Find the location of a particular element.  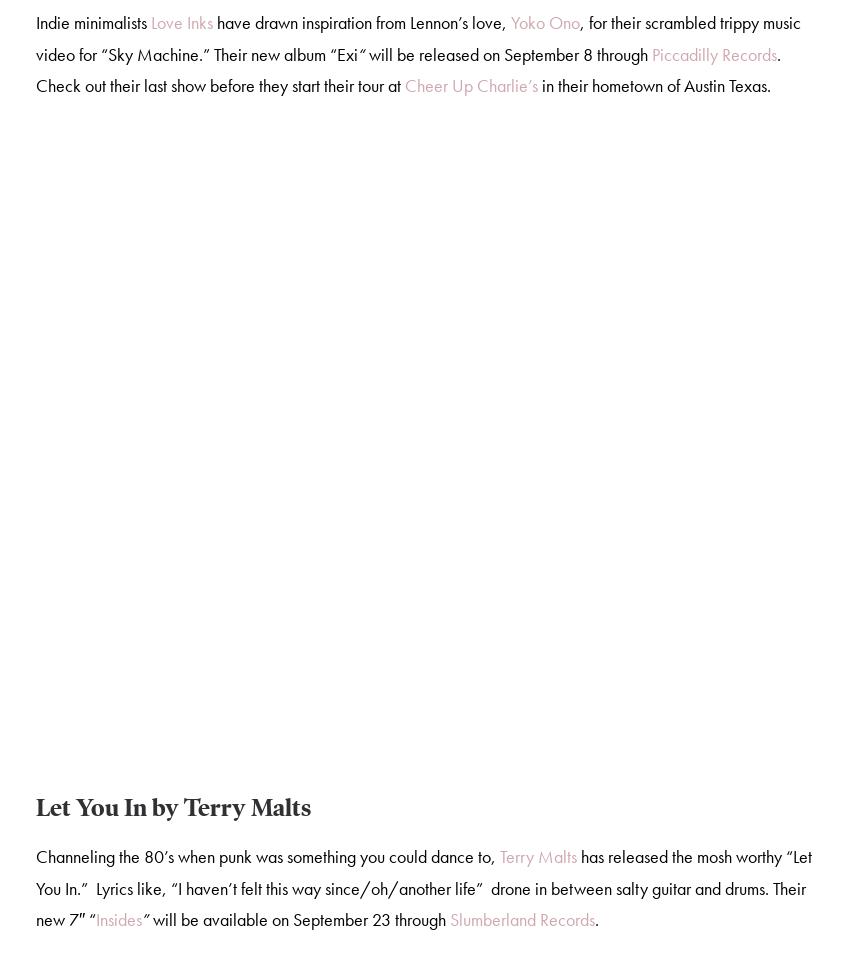

', for their scrambled trippy music video for “Sky Machine.” Their new album “Exi' is located at coordinates (36, 40).